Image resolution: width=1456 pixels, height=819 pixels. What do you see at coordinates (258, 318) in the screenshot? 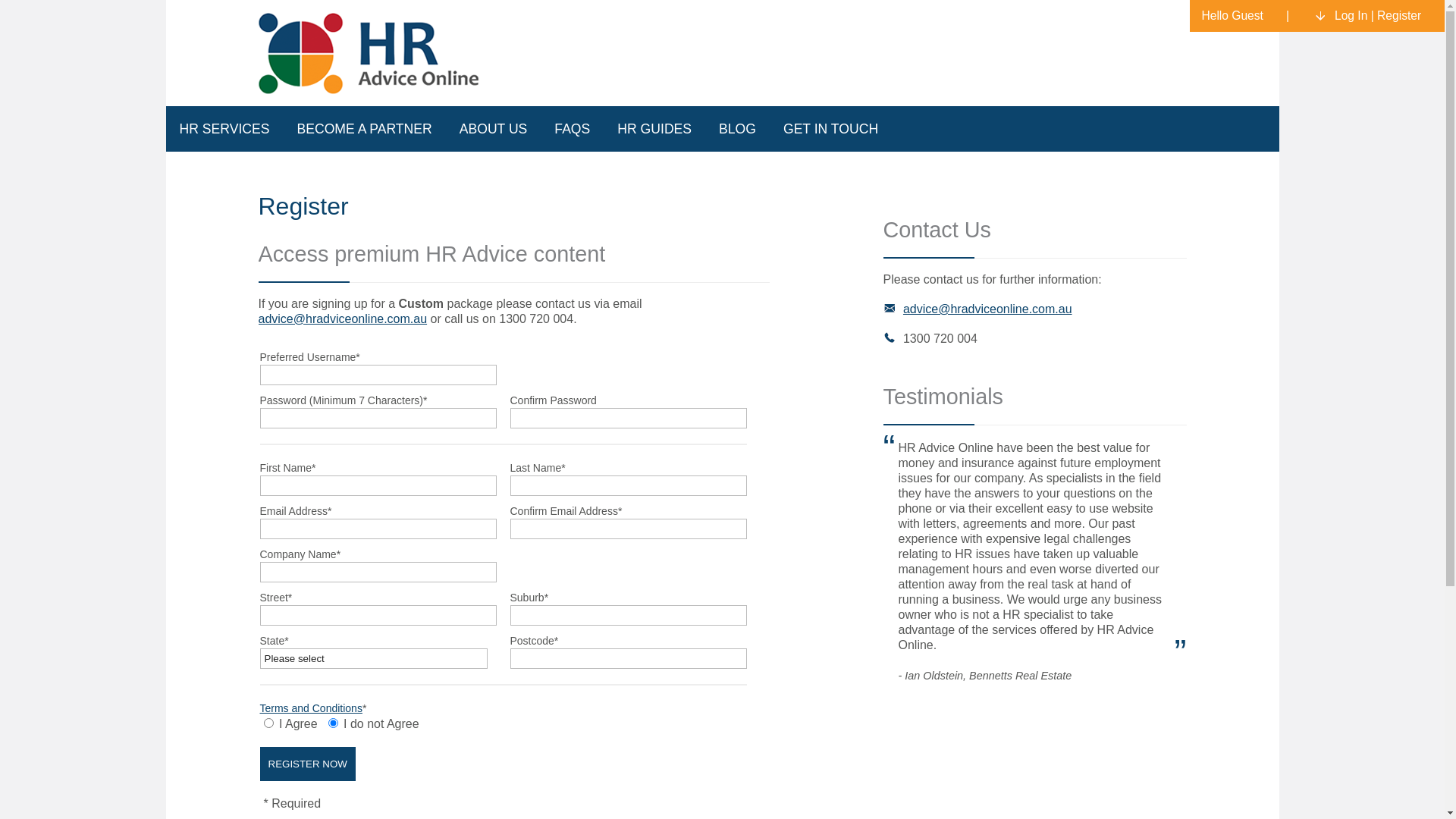
I see `'advice@hradviceonline.com.au'` at bounding box center [258, 318].